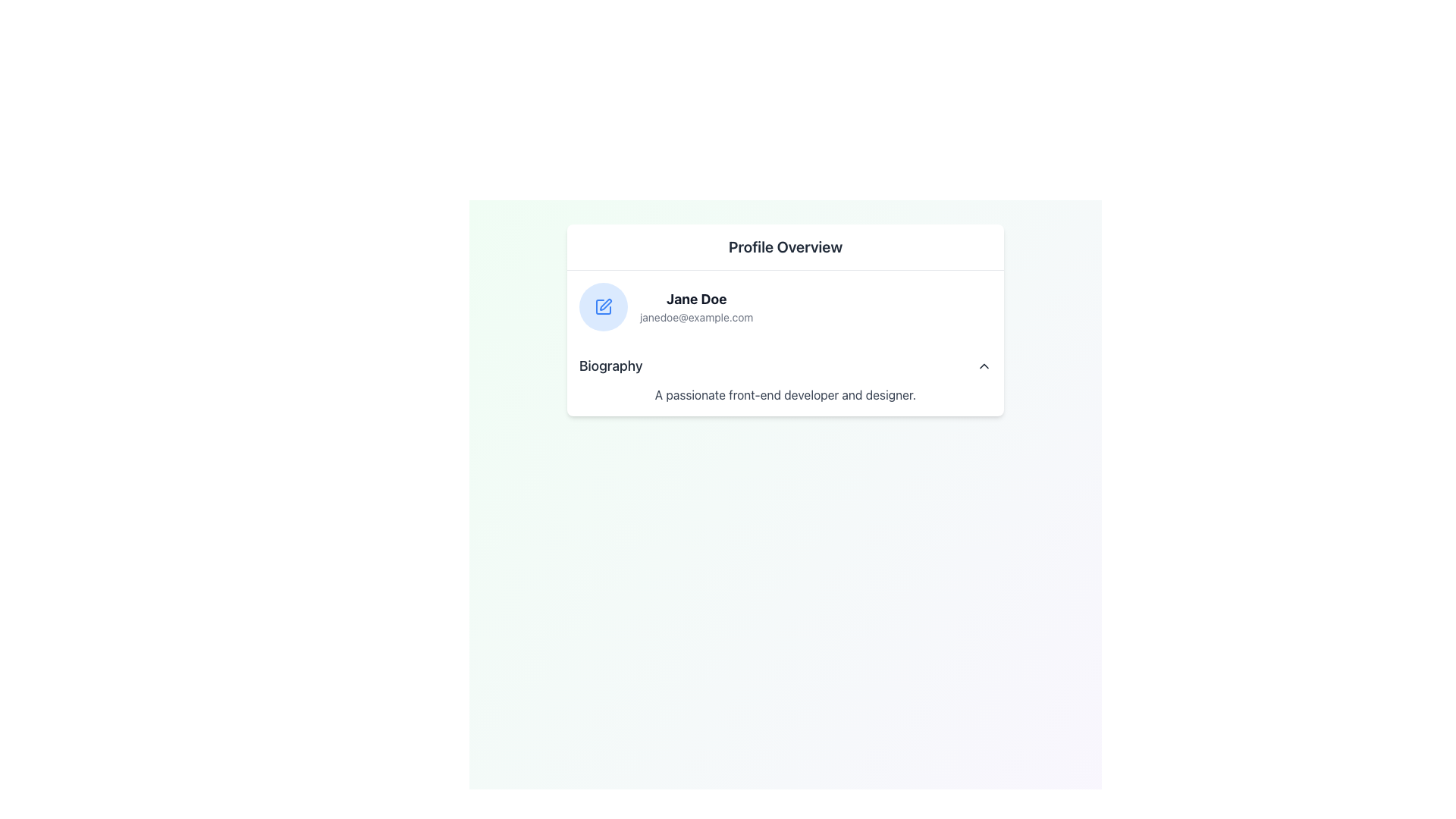  What do you see at coordinates (786, 246) in the screenshot?
I see `the text heading labeled 'Profile Overview', which is bold, larger, and centrally aligned at the top of the main content area` at bounding box center [786, 246].